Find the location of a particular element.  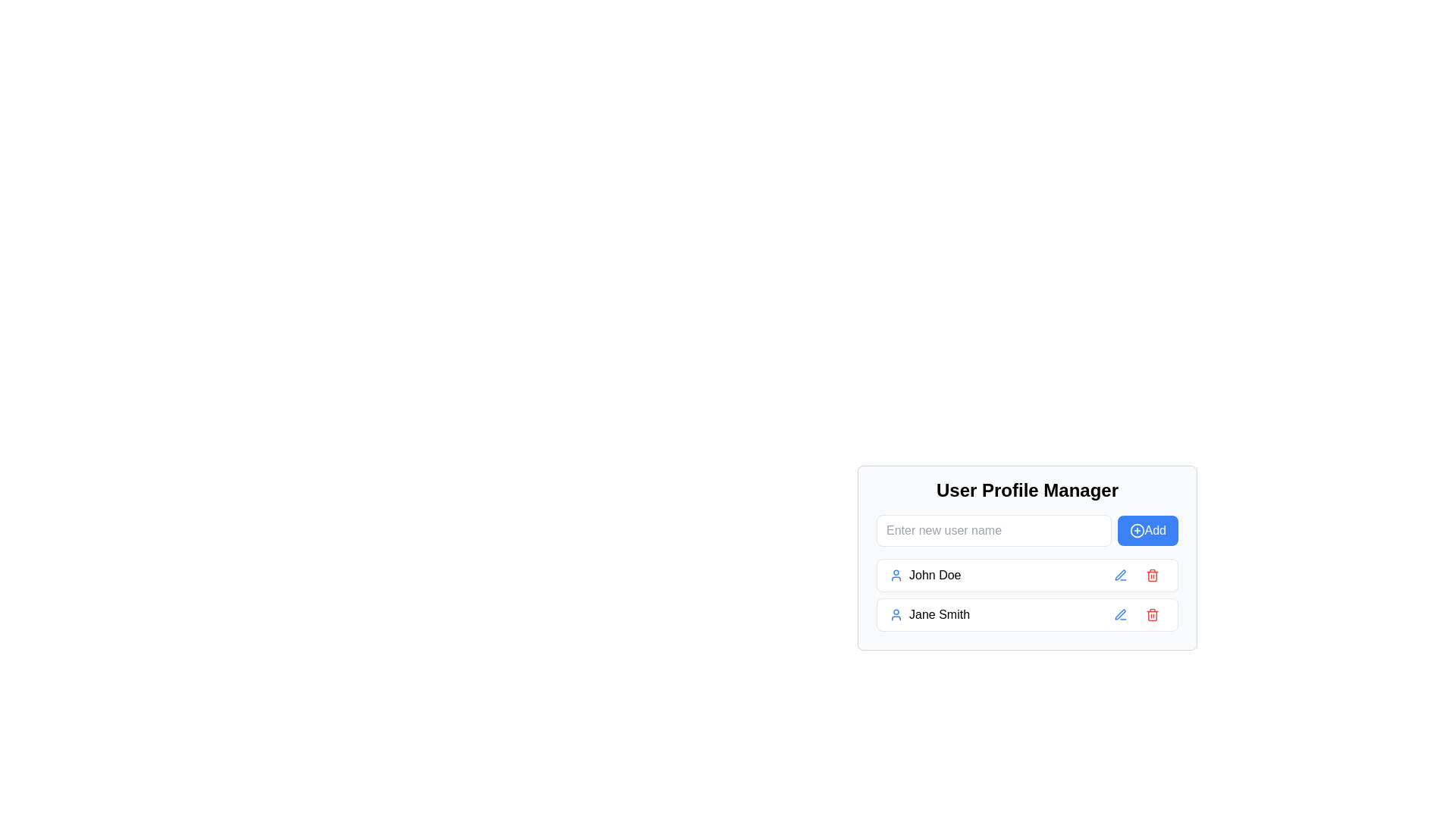

the edit button associated with the user 'Jane Smith', located in the second row of the user list is located at coordinates (1121, 614).